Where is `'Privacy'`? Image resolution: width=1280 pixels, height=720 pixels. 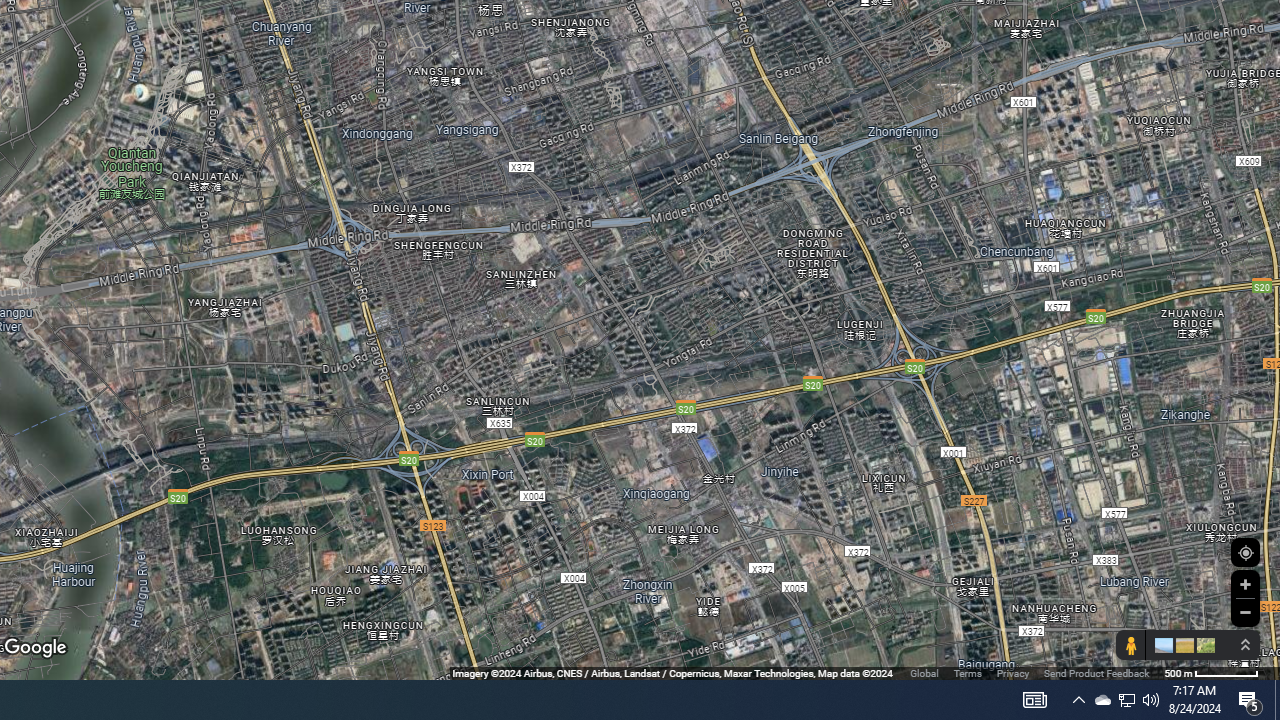
'Privacy' is located at coordinates (1013, 673).